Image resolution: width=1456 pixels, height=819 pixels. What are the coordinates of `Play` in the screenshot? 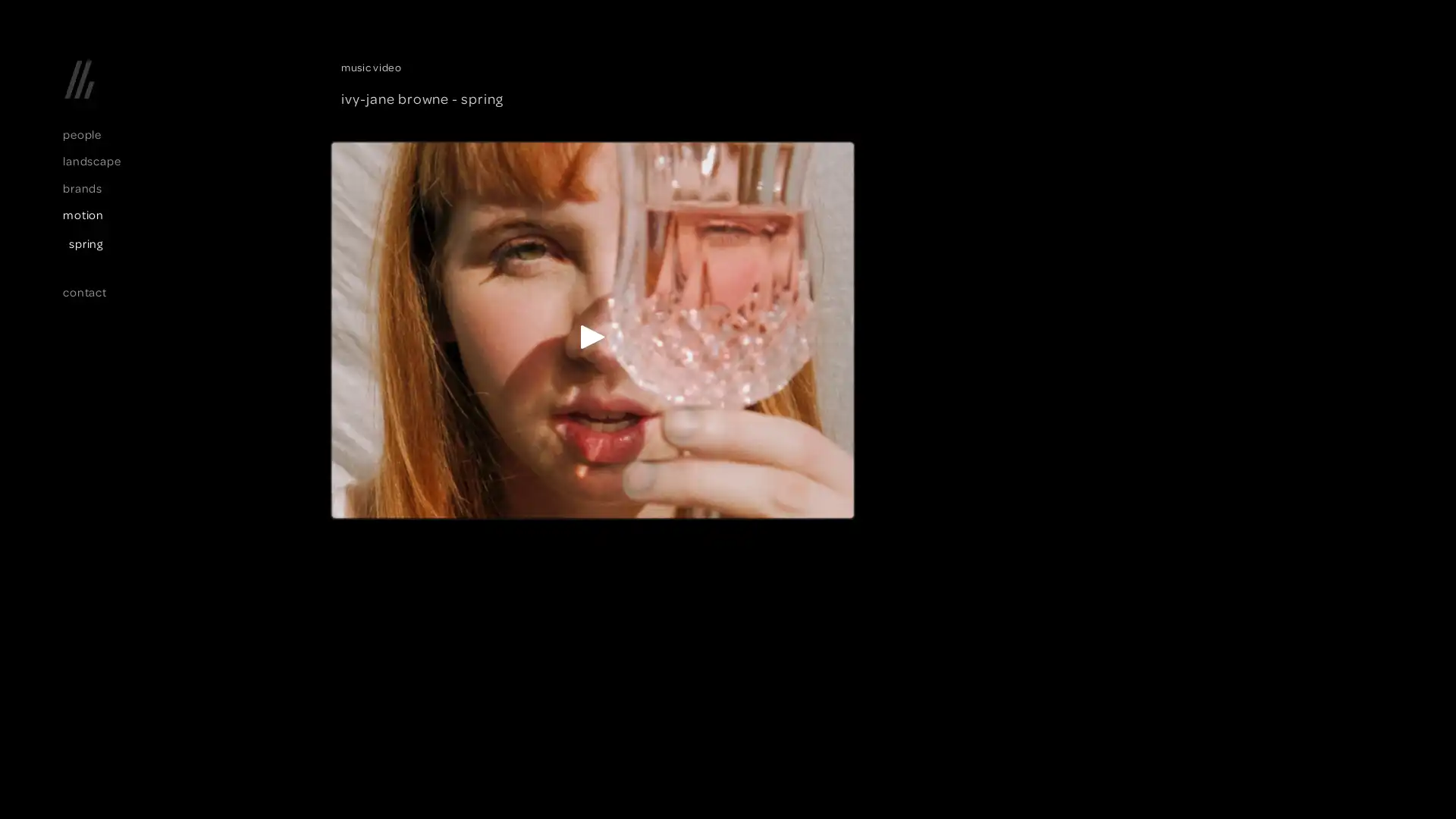 It's located at (591, 335).